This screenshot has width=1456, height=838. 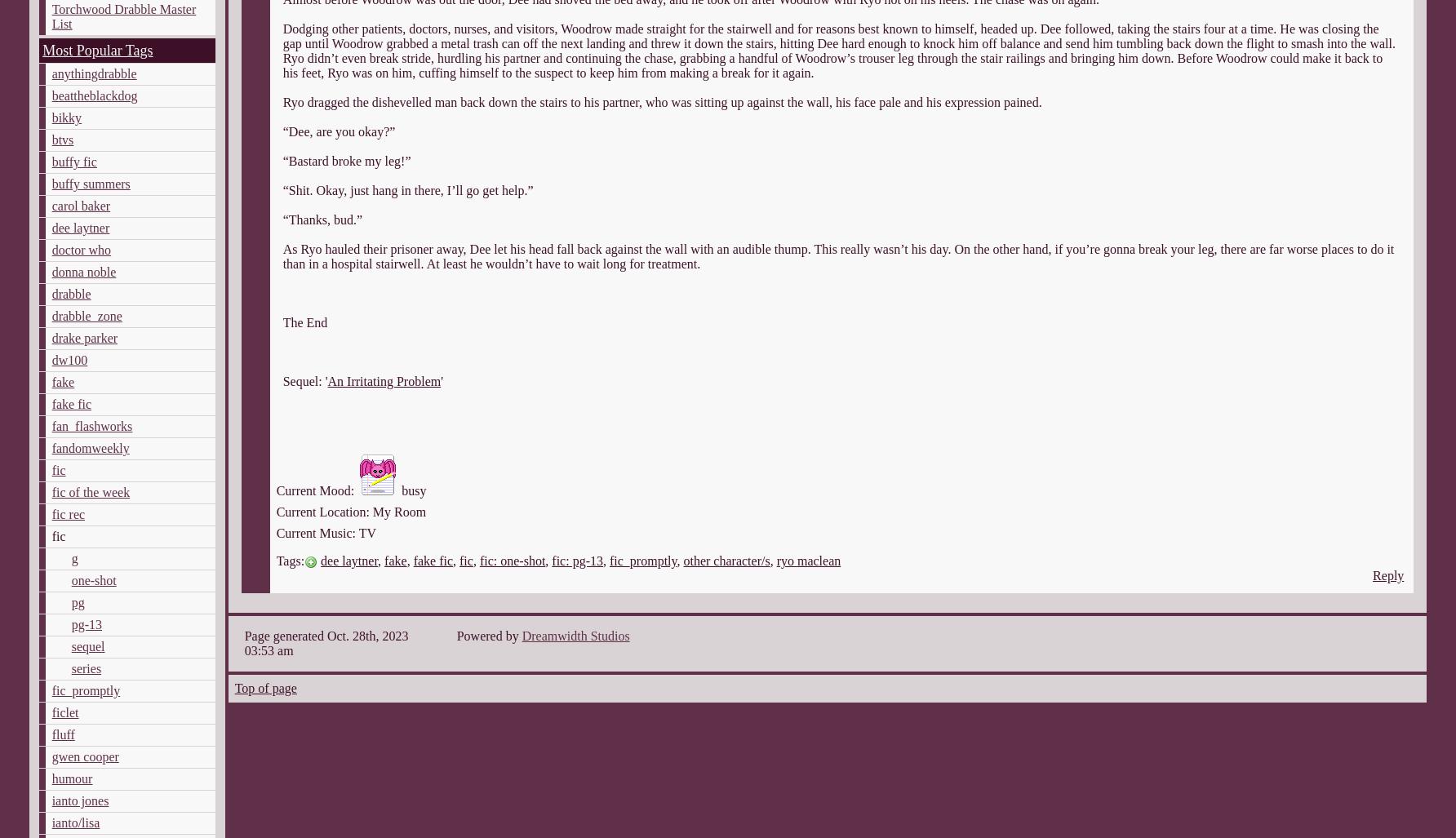 I want to click on 'donna noble', so click(x=83, y=271).